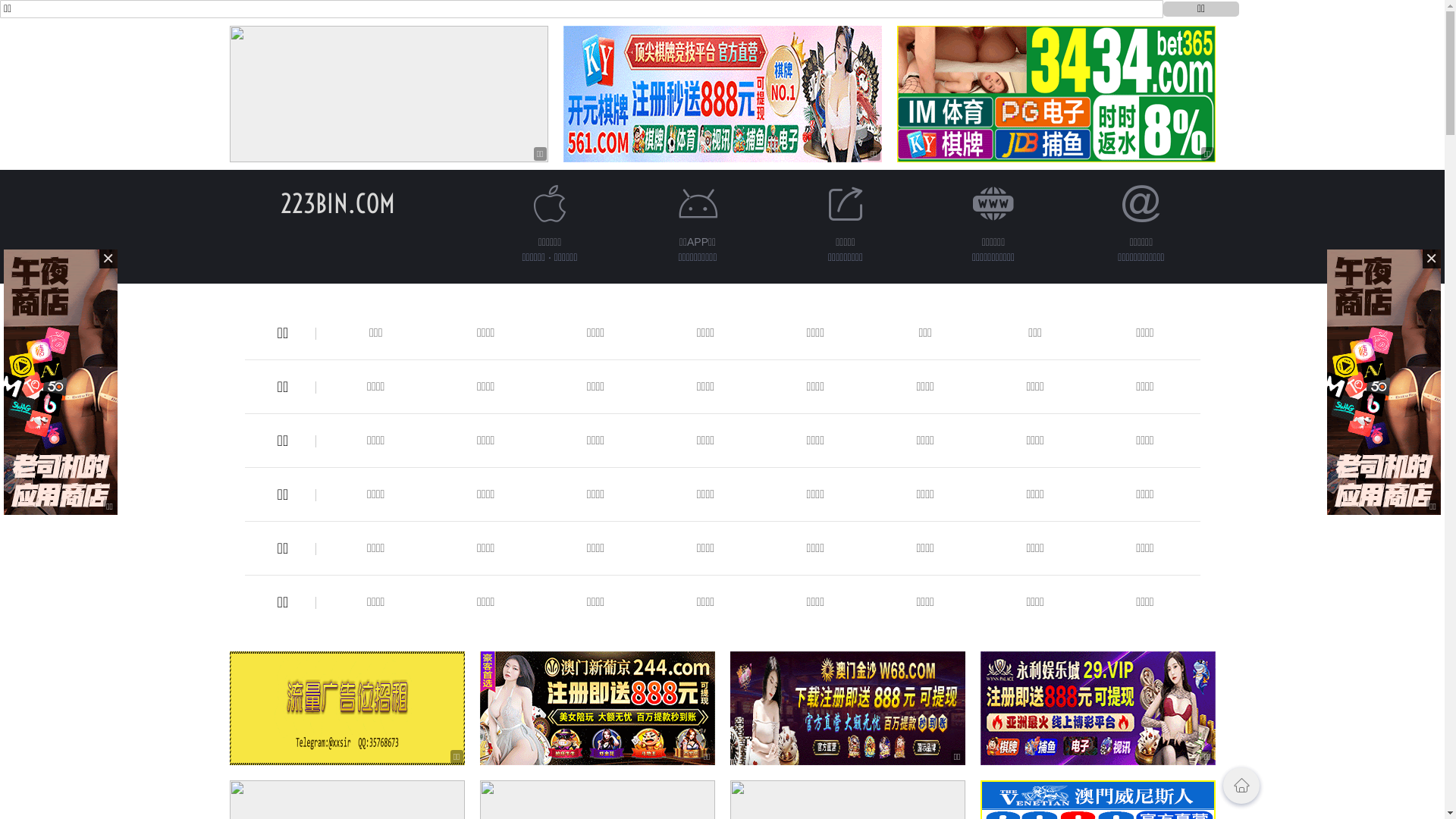 Image resolution: width=1456 pixels, height=819 pixels. I want to click on '223BIN.COM', so click(337, 202).